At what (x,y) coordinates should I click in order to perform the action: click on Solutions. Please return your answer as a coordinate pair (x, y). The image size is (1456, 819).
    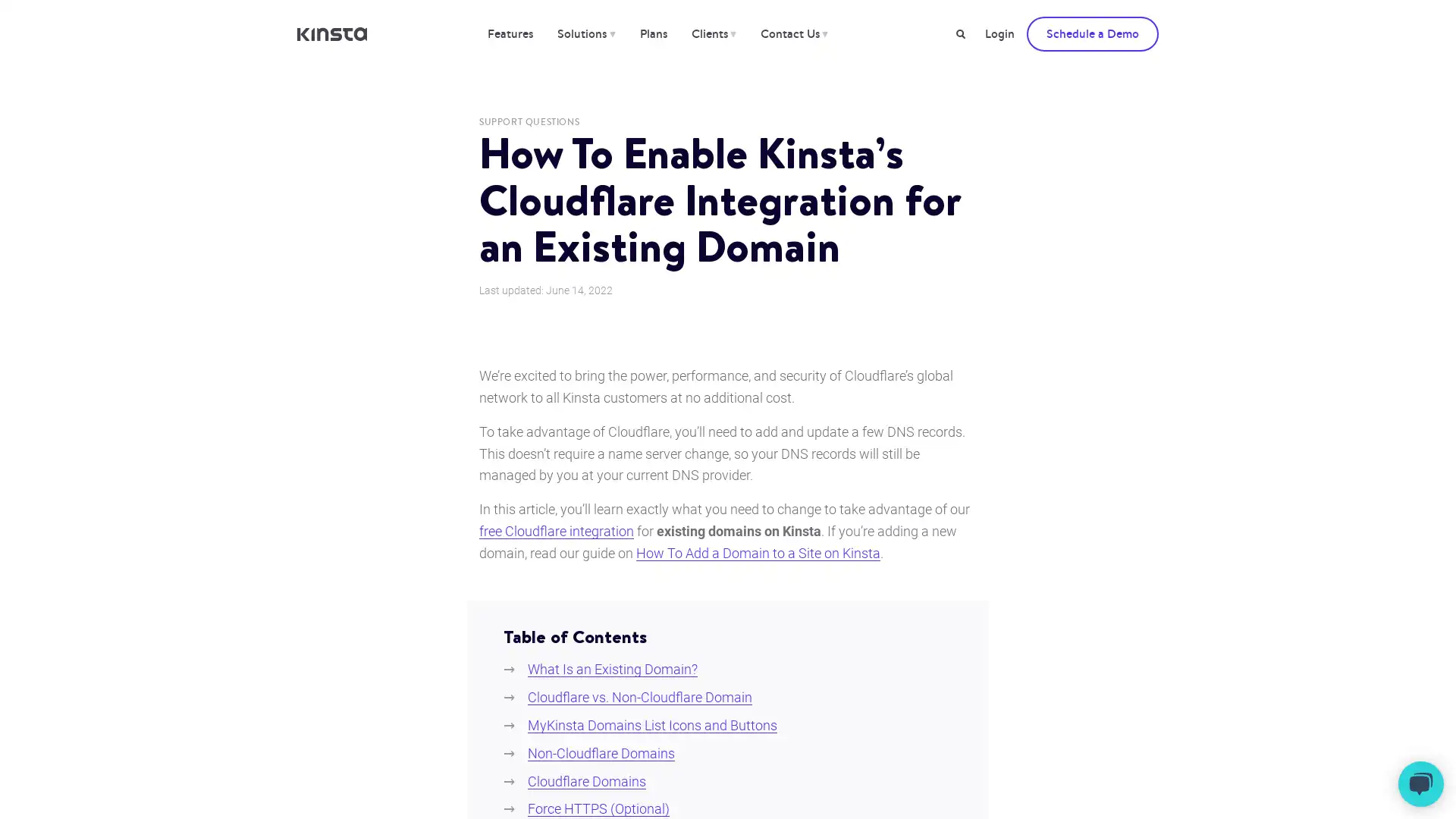
    Looking at the image, I should click on (585, 33).